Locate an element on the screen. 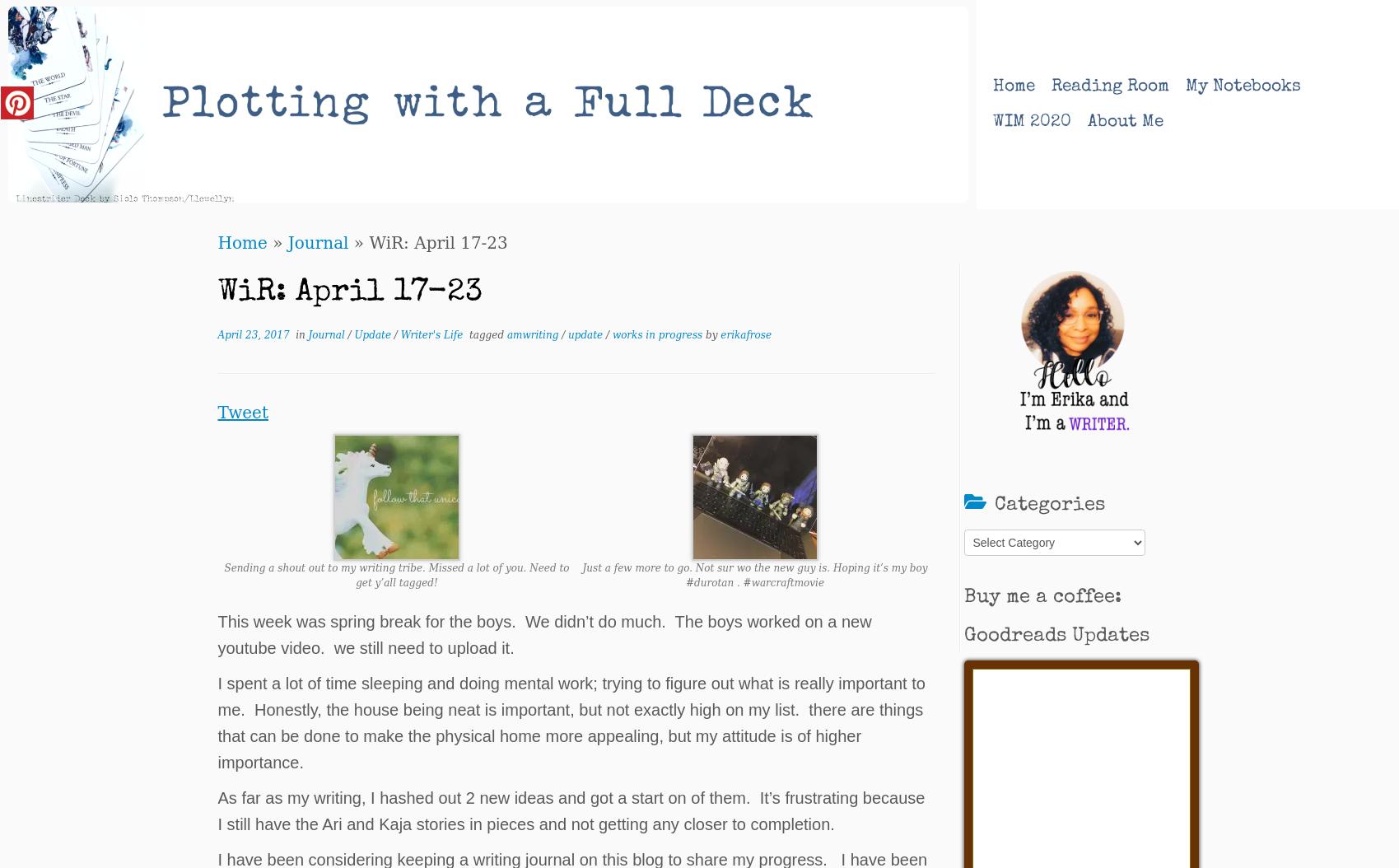 The image size is (1399, 868). 'update' is located at coordinates (586, 334).